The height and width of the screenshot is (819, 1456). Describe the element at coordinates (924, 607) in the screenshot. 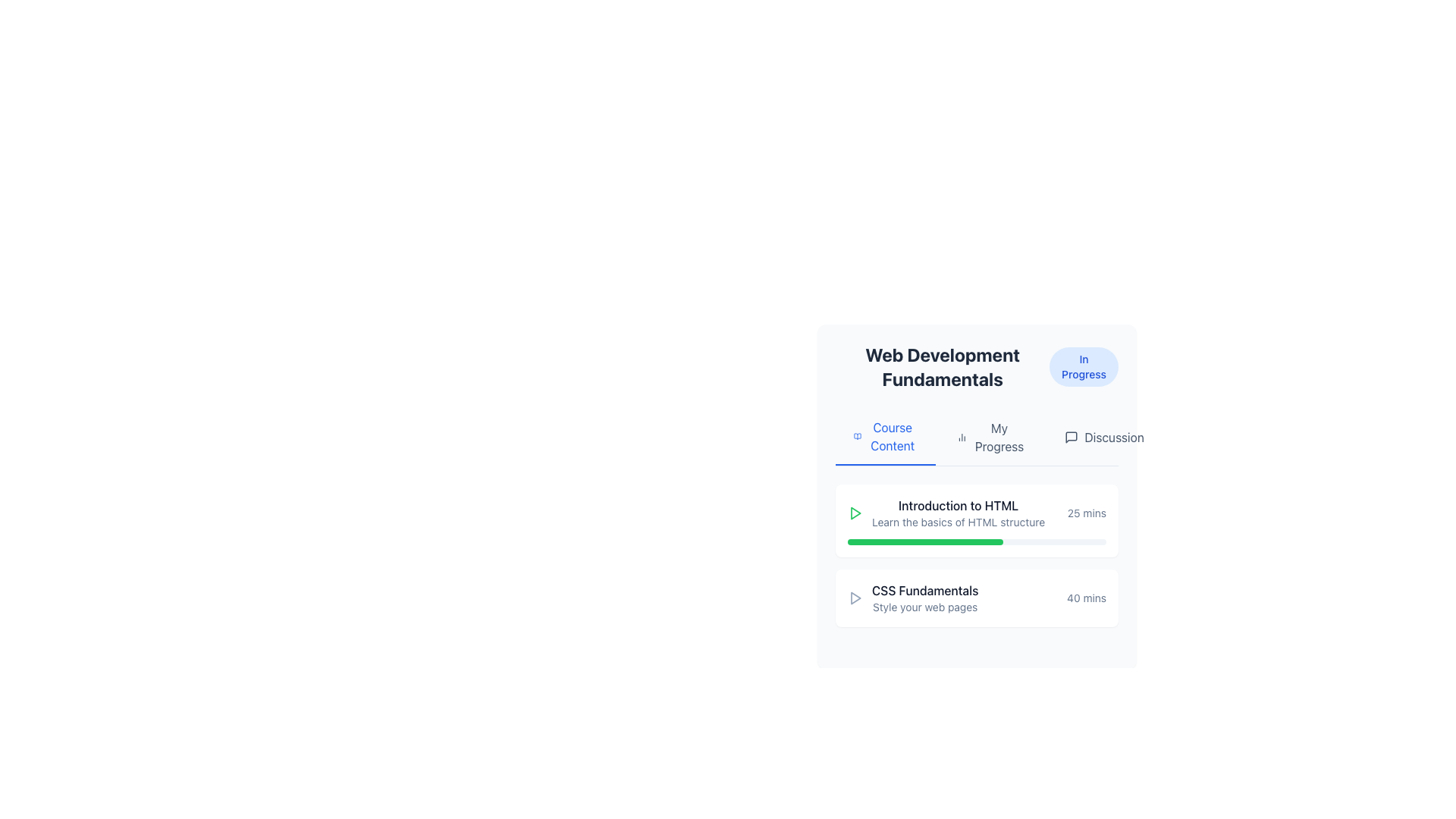

I see `the small text label displaying 'Style your web pages' located below the title 'CSS Fundamentals' in the card-like UI layout` at that location.